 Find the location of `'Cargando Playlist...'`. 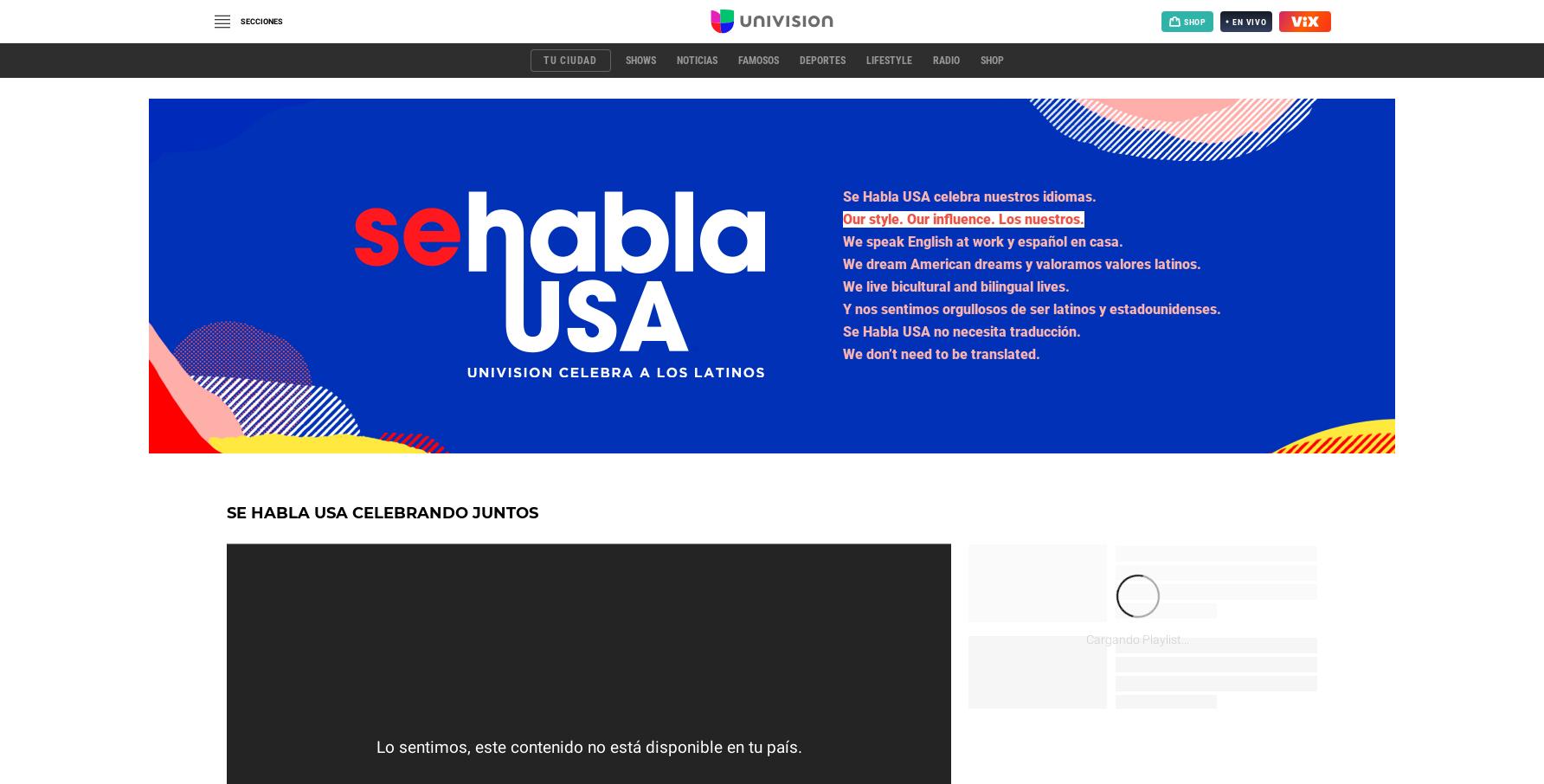

'Cargando Playlist...' is located at coordinates (1136, 639).